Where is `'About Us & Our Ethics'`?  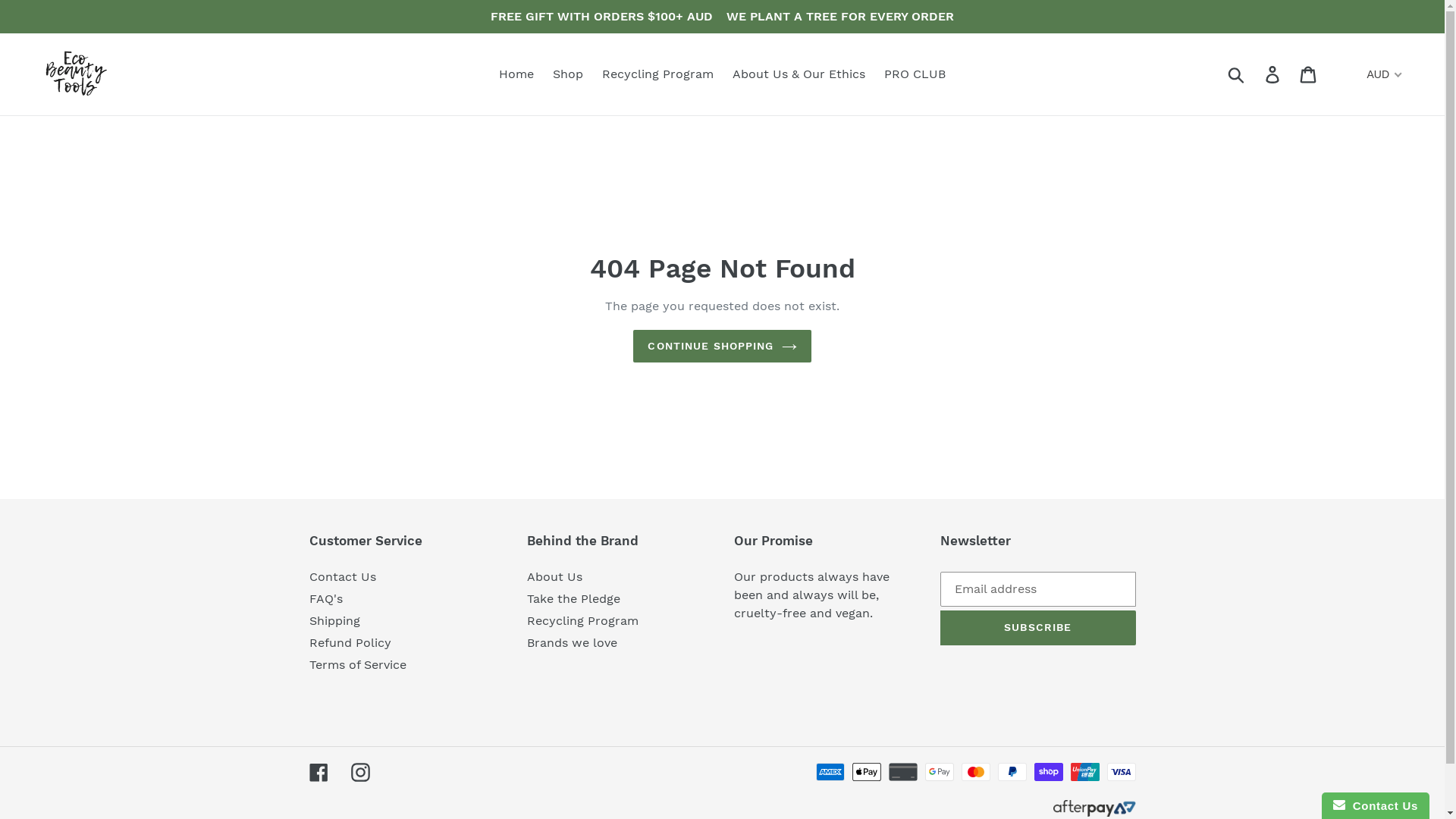 'About Us & Our Ethics' is located at coordinates (798, 74).